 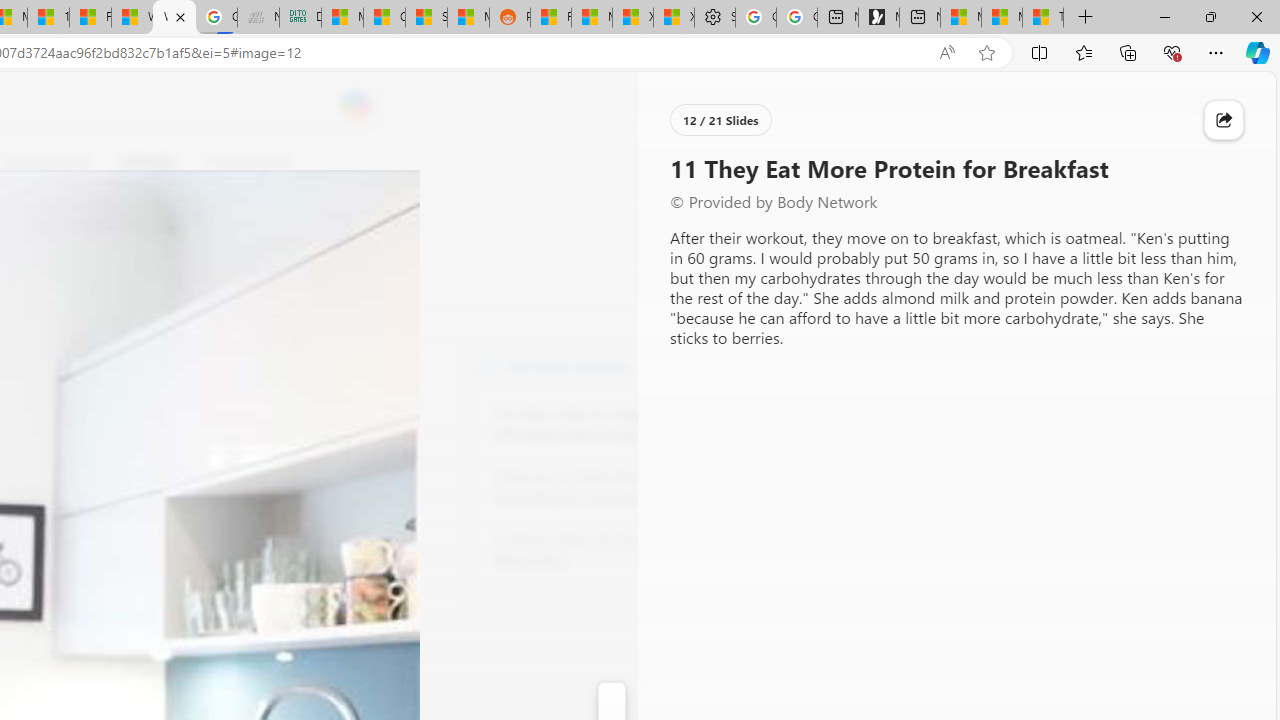 I want to click on 'Class: at-item immersive', so click(x=1223, y=120).